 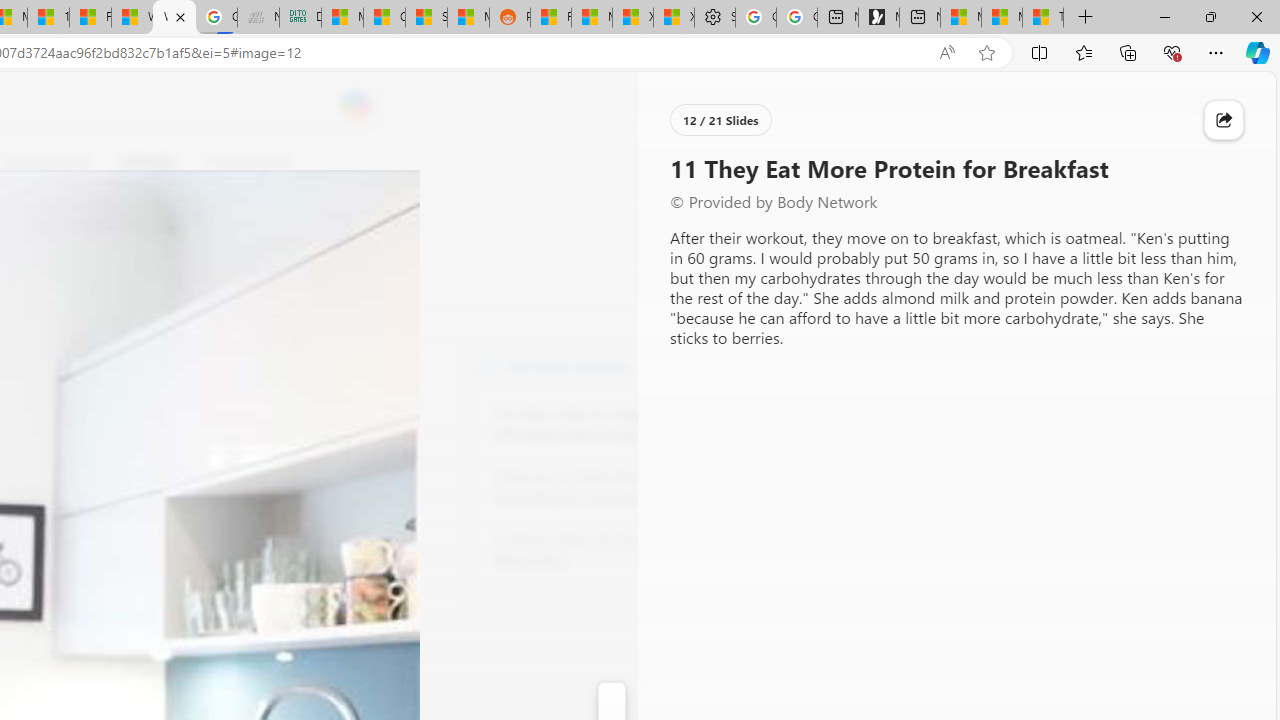 I want to click on 'Class: at-item immersive', so click(x=1223, y=120).